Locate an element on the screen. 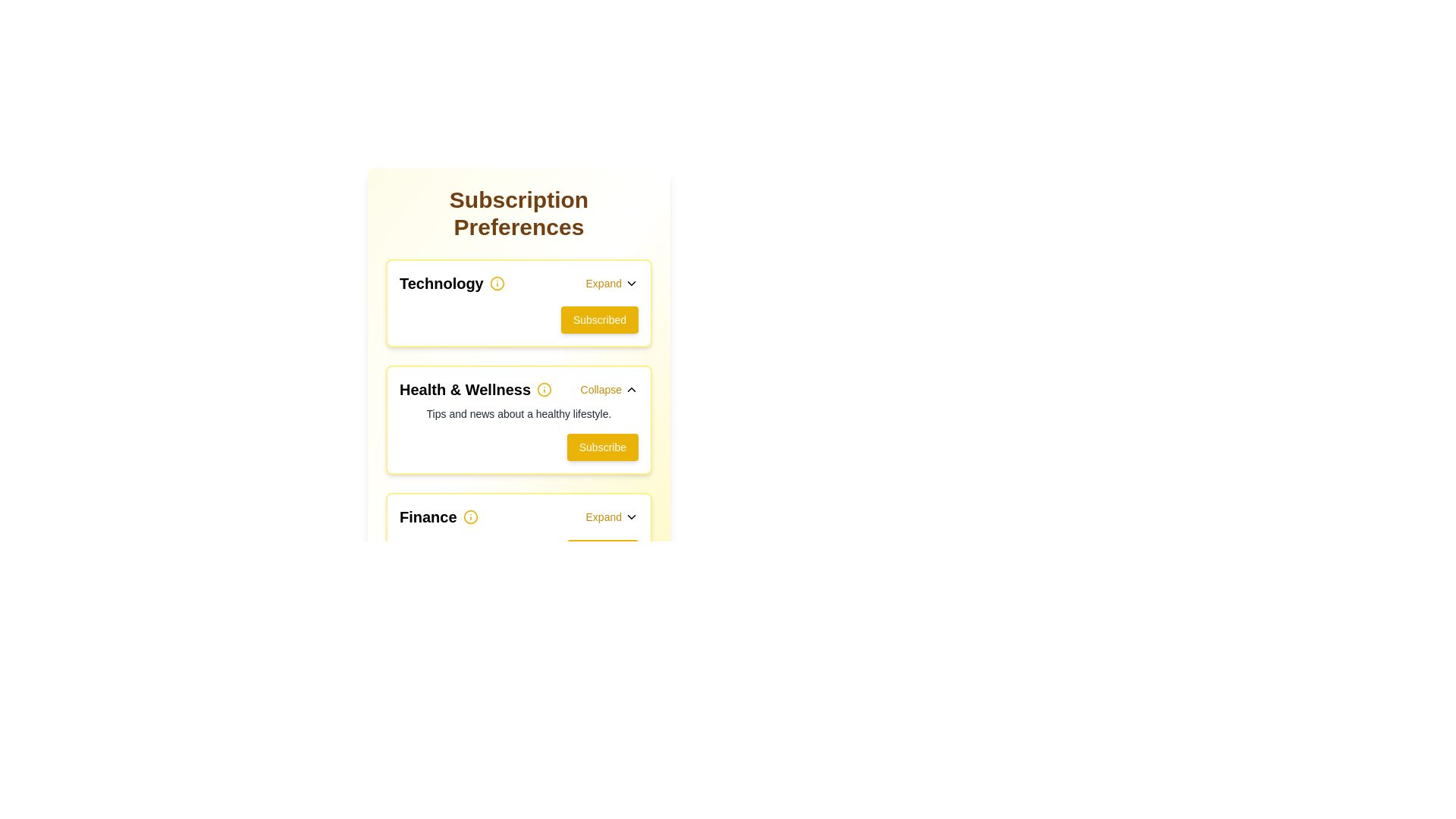  the 'Technology' text label with accompanying icon is located at coordinates (451, 284).